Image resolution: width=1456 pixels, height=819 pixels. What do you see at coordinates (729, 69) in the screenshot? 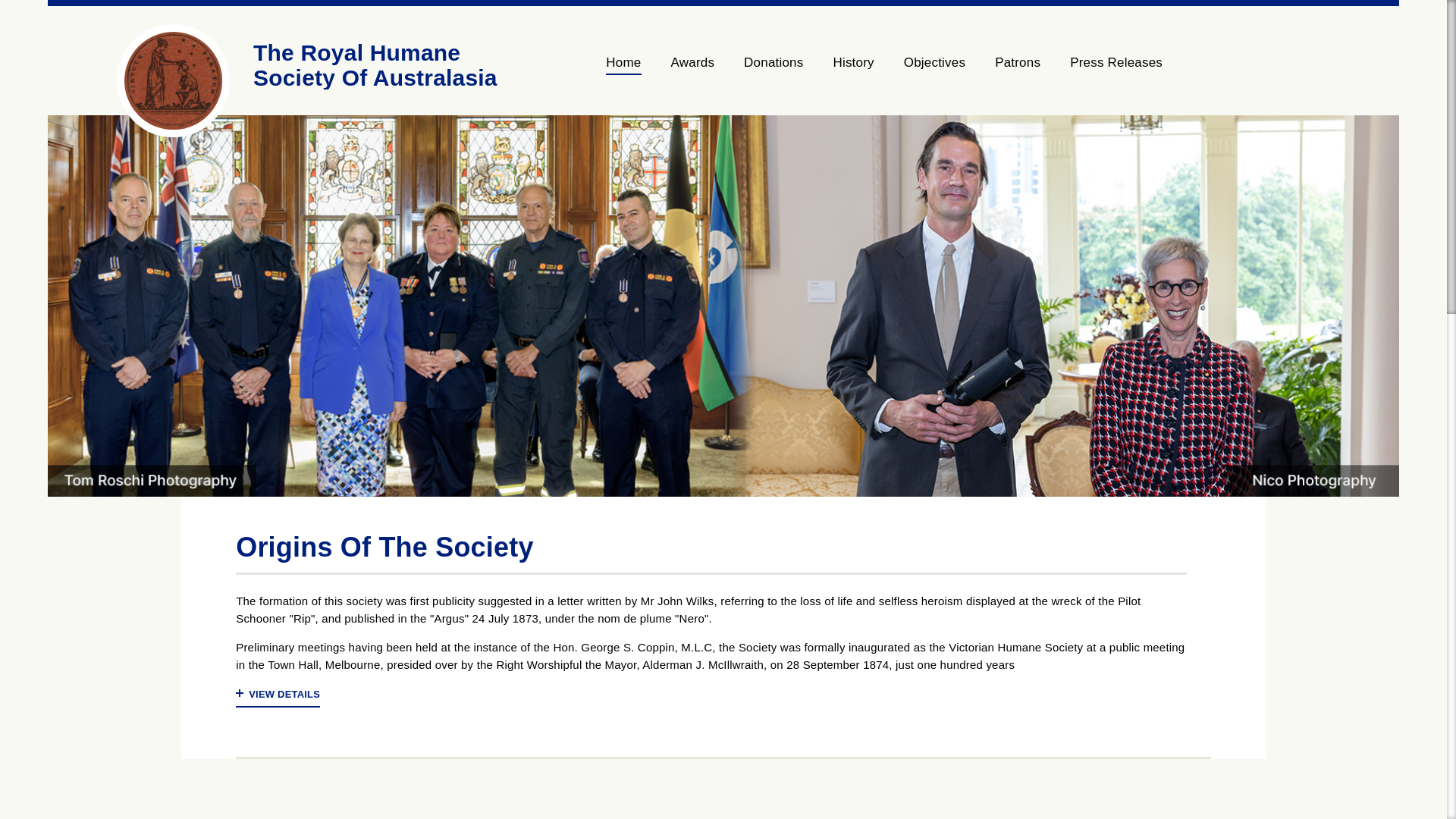
I see `'Donations'` at bounding box center [729, 69].